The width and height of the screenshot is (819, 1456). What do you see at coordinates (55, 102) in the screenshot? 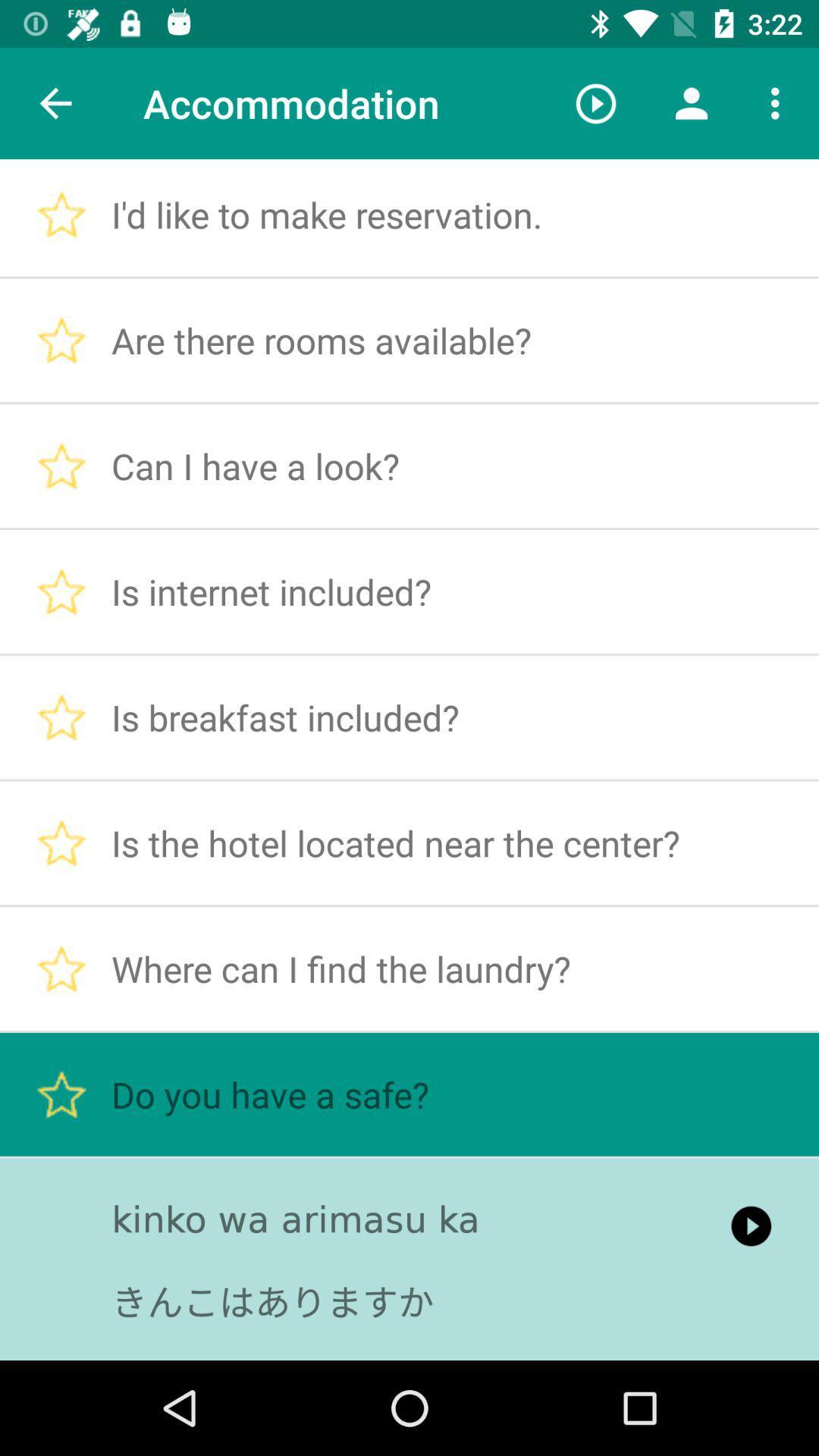
I see `the icon to the left of the accommodation icon` at bounding box center [55, 102].